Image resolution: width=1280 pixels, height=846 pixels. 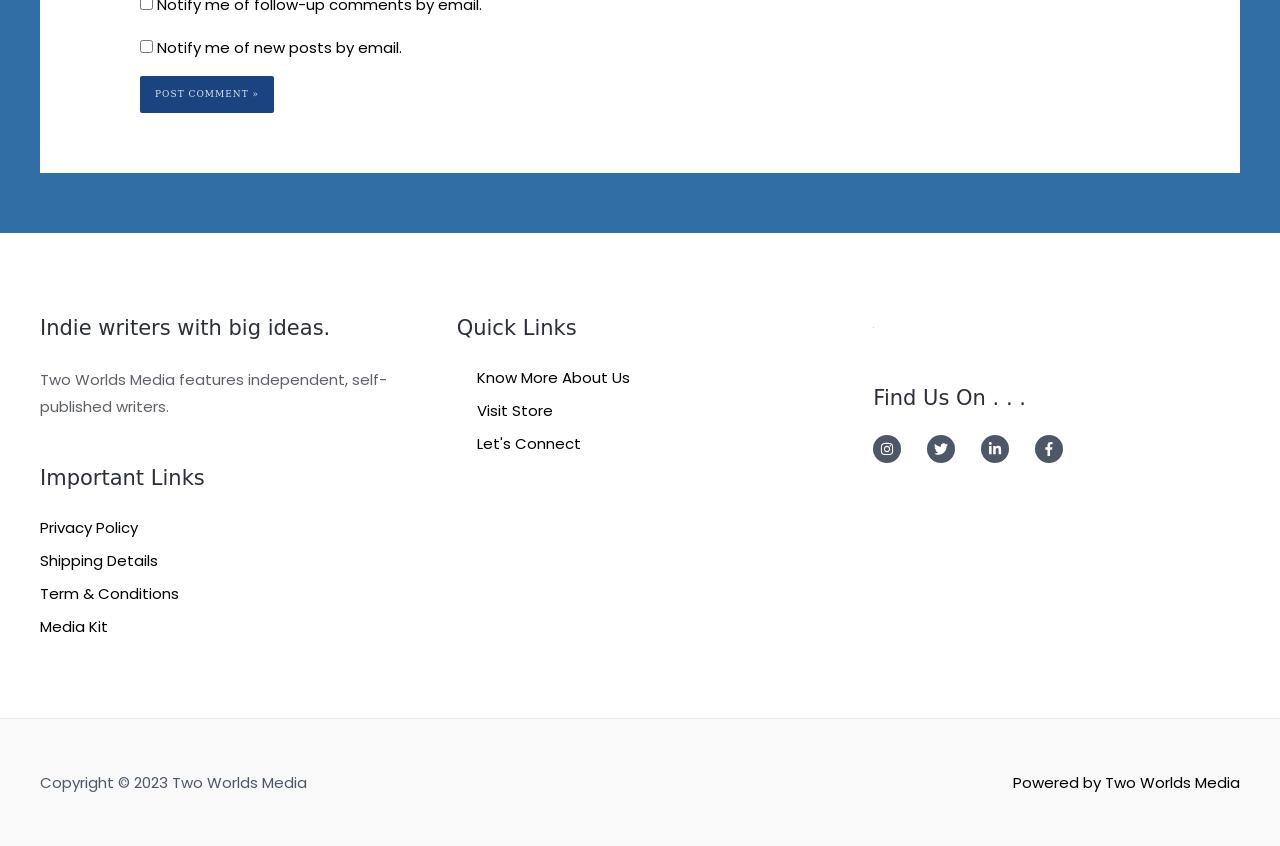 I want to click on 'Visit Store', so click(x=475, y=409).